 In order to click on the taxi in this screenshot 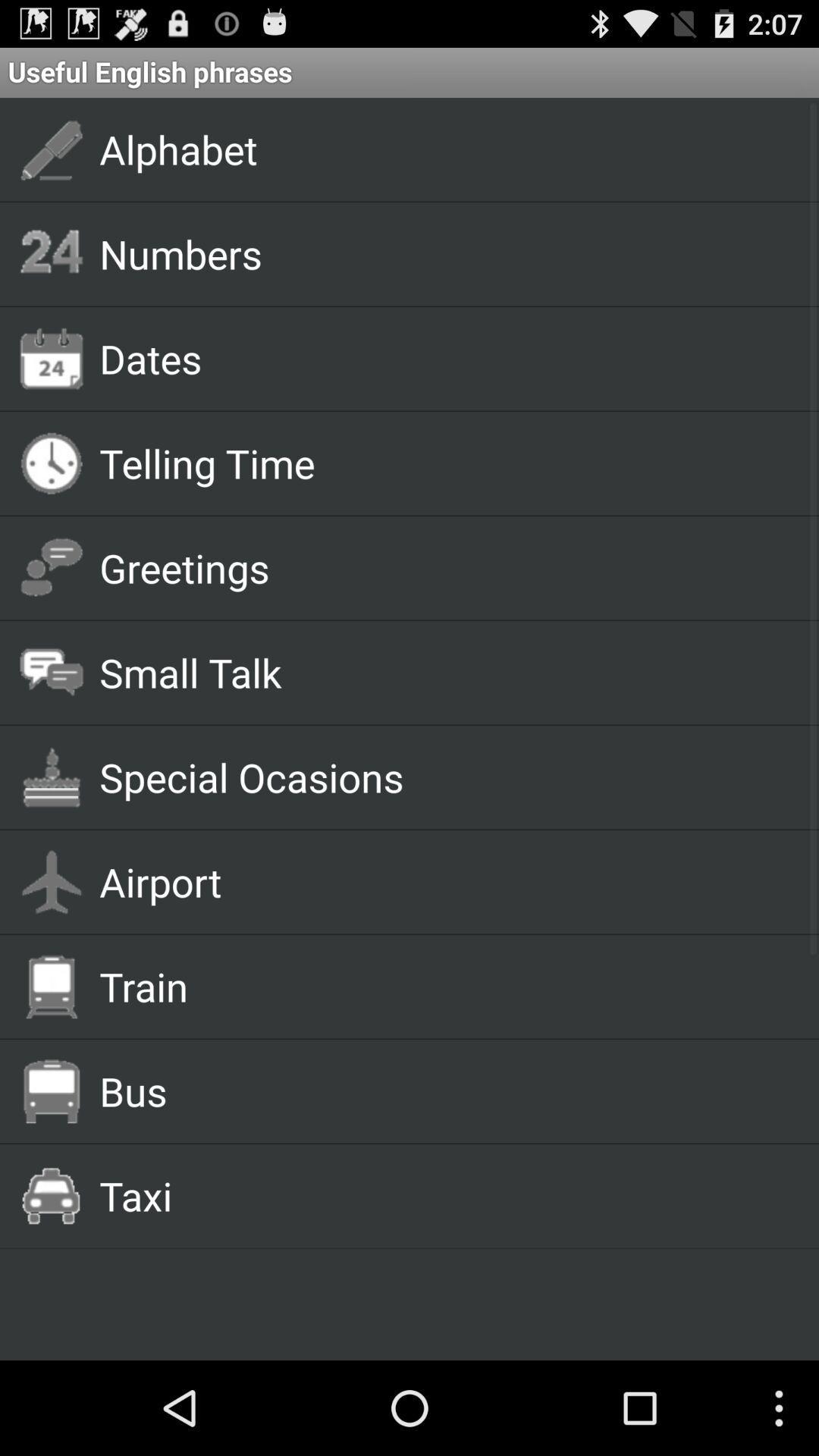, I will do `click(441, 1194)`.